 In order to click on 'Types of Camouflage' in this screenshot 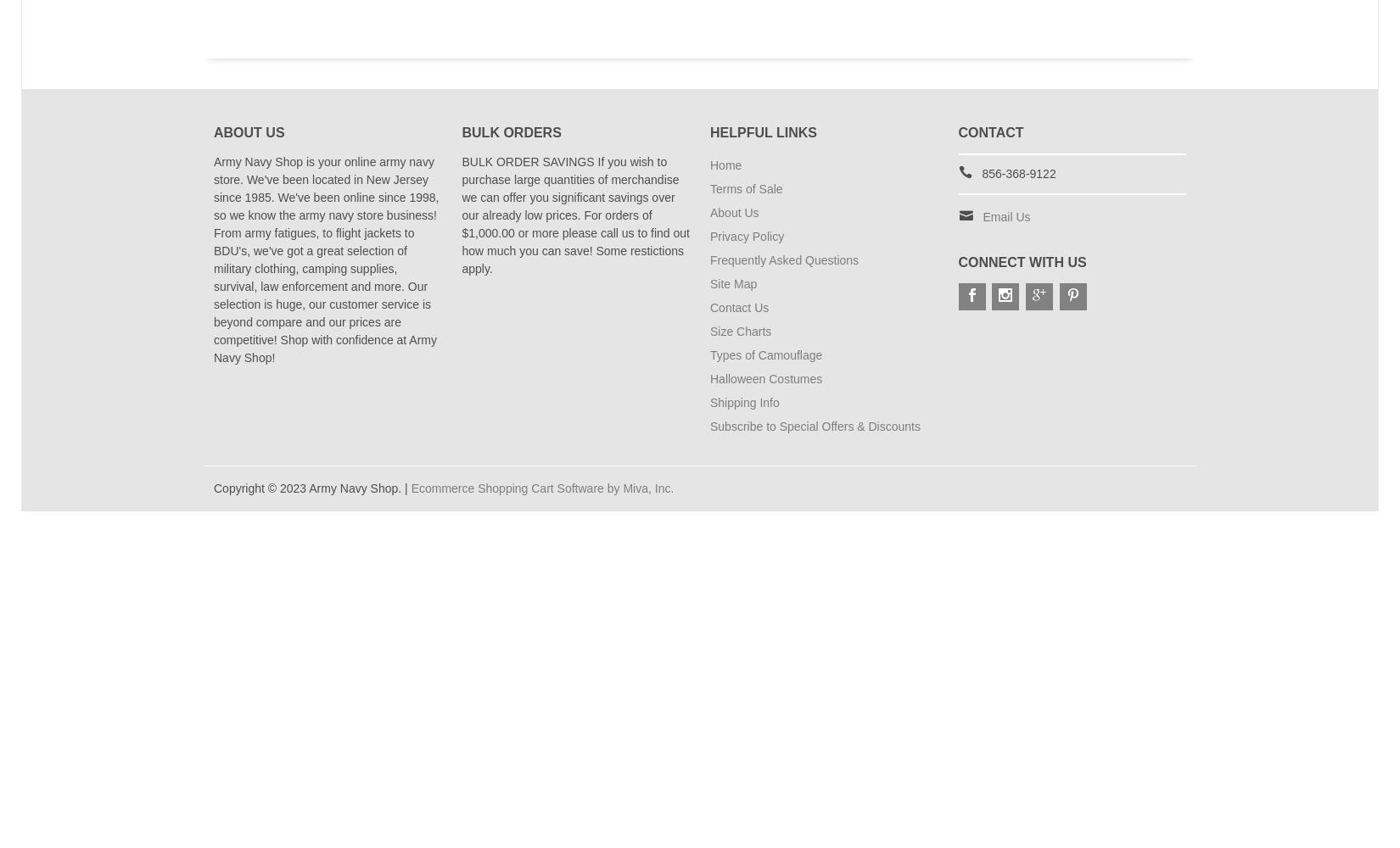, I will do `click(710, 354)`.